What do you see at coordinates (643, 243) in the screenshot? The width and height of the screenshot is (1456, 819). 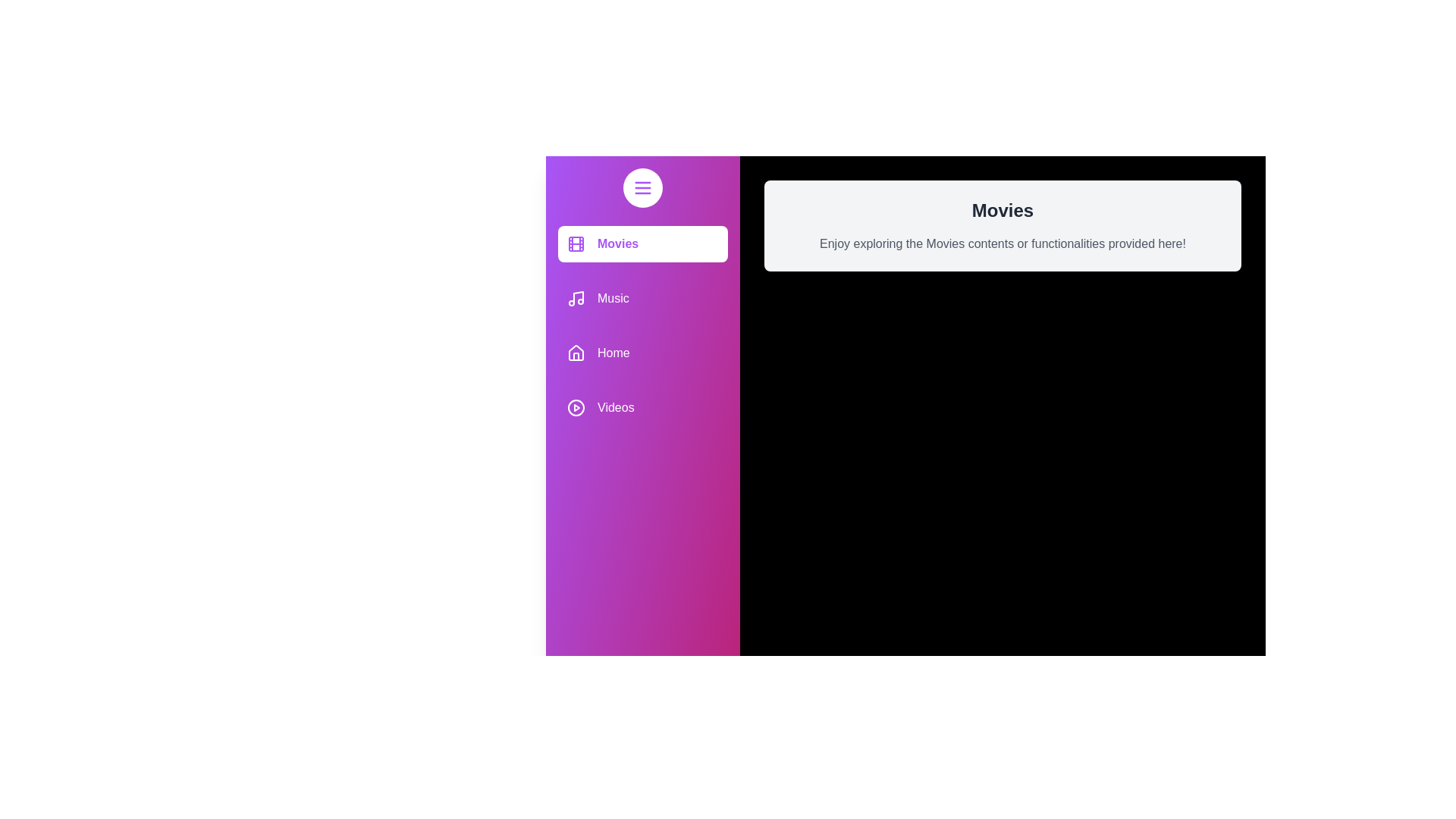 I see `the media category item Movies to receive feedback` at bounding box center [643, 243].